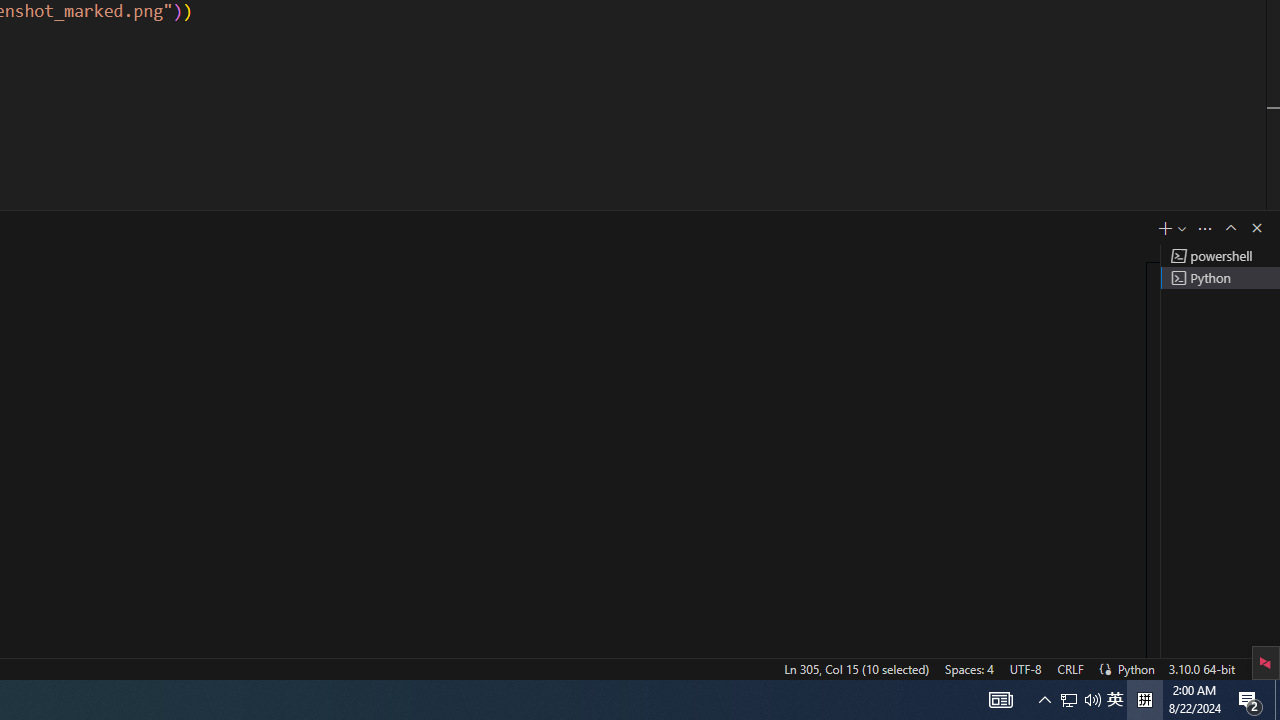  Describe the element at coordinates (1025, 668) in the screenshot. I see `'UTF-8'` at that location.